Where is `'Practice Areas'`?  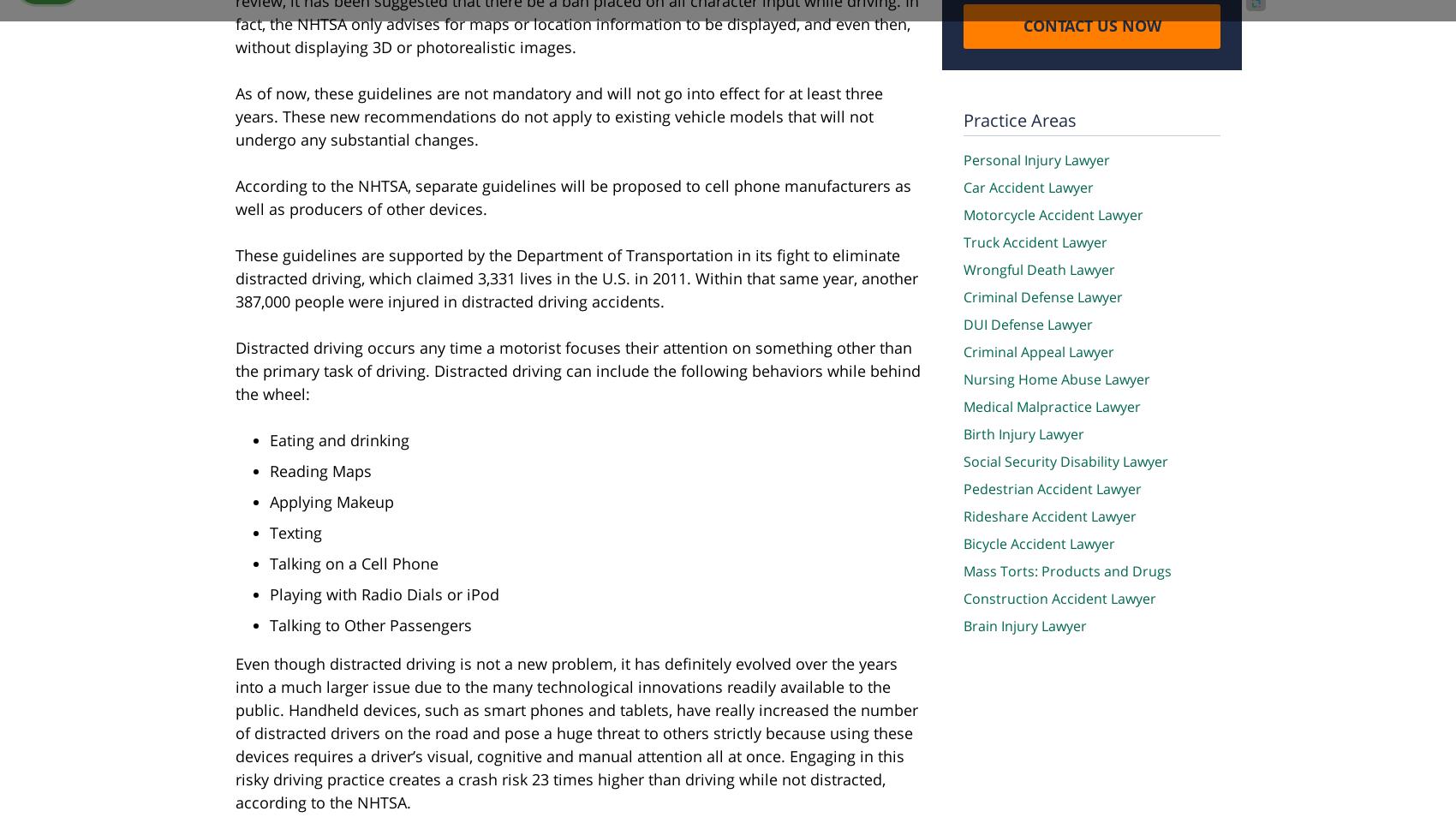
'Practice Areas' is located at coordinates (1019, 118).